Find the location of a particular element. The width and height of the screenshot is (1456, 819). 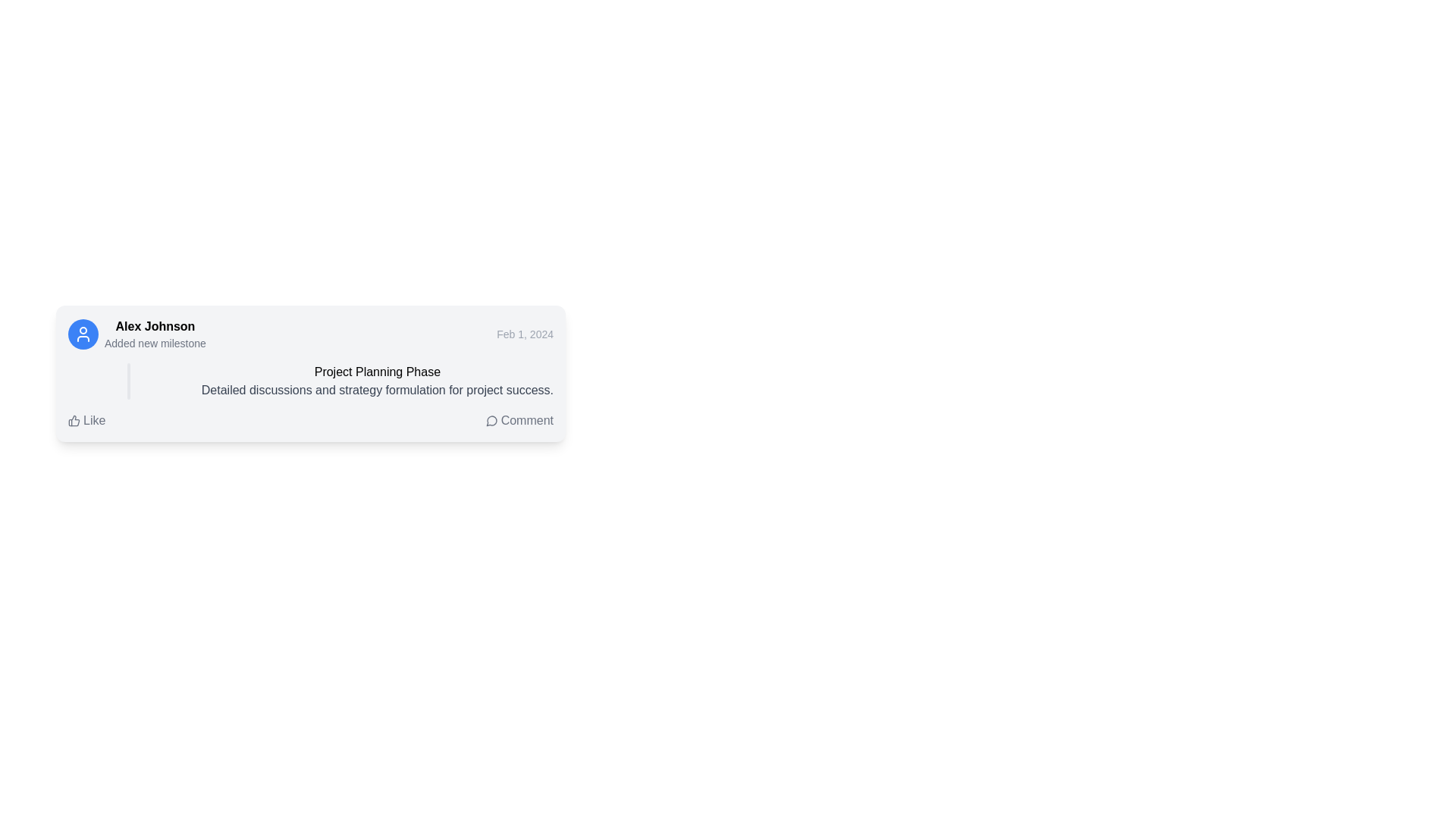

the 'Like' text label, which is positioned adjacent to a thumb-up icon at the bottom-left corner of a content card is located at coordinates (93, 421).